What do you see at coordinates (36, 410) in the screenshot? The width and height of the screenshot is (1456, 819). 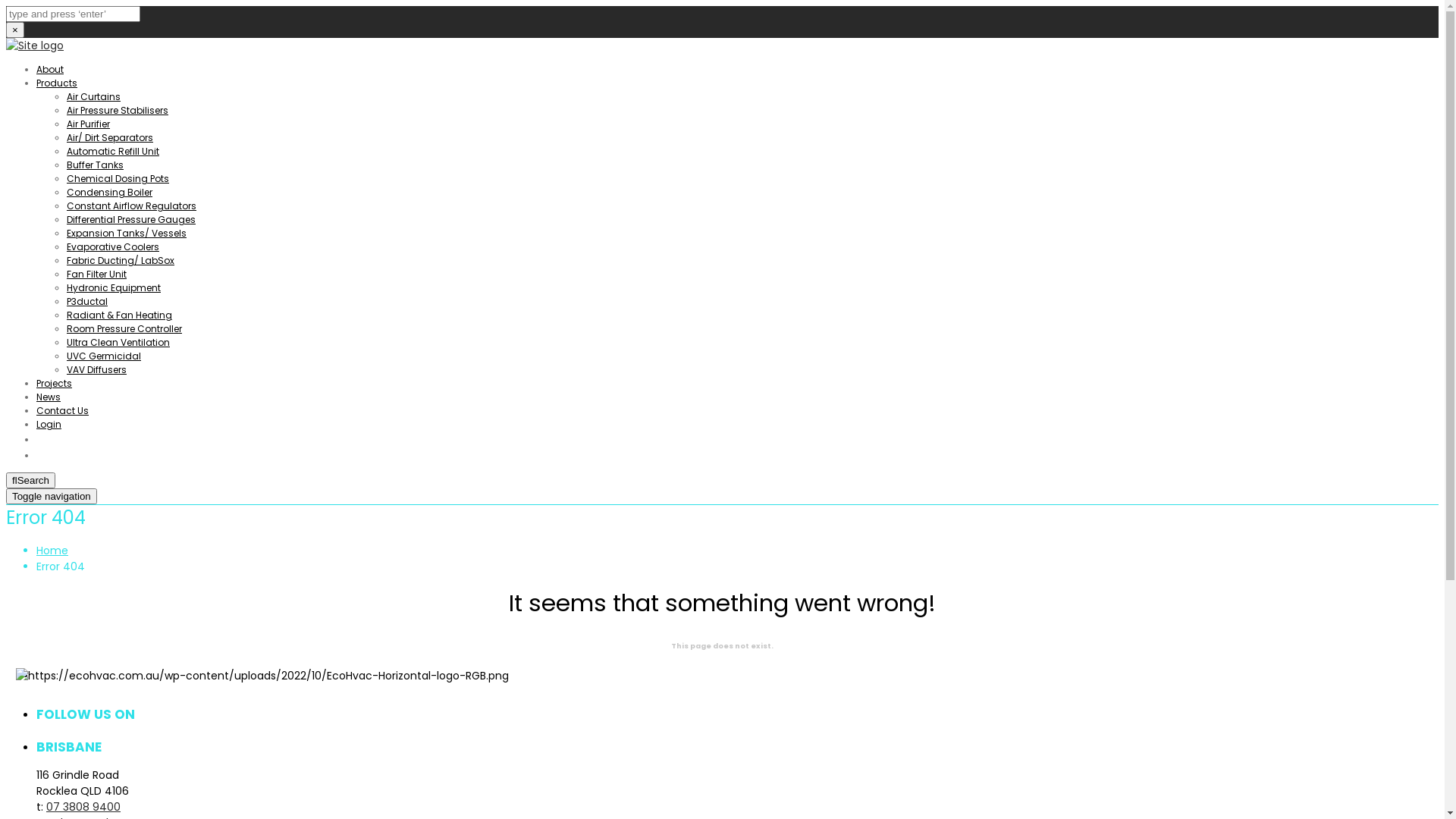 I see `'Contact Us'` at bounding box center [36, 410].